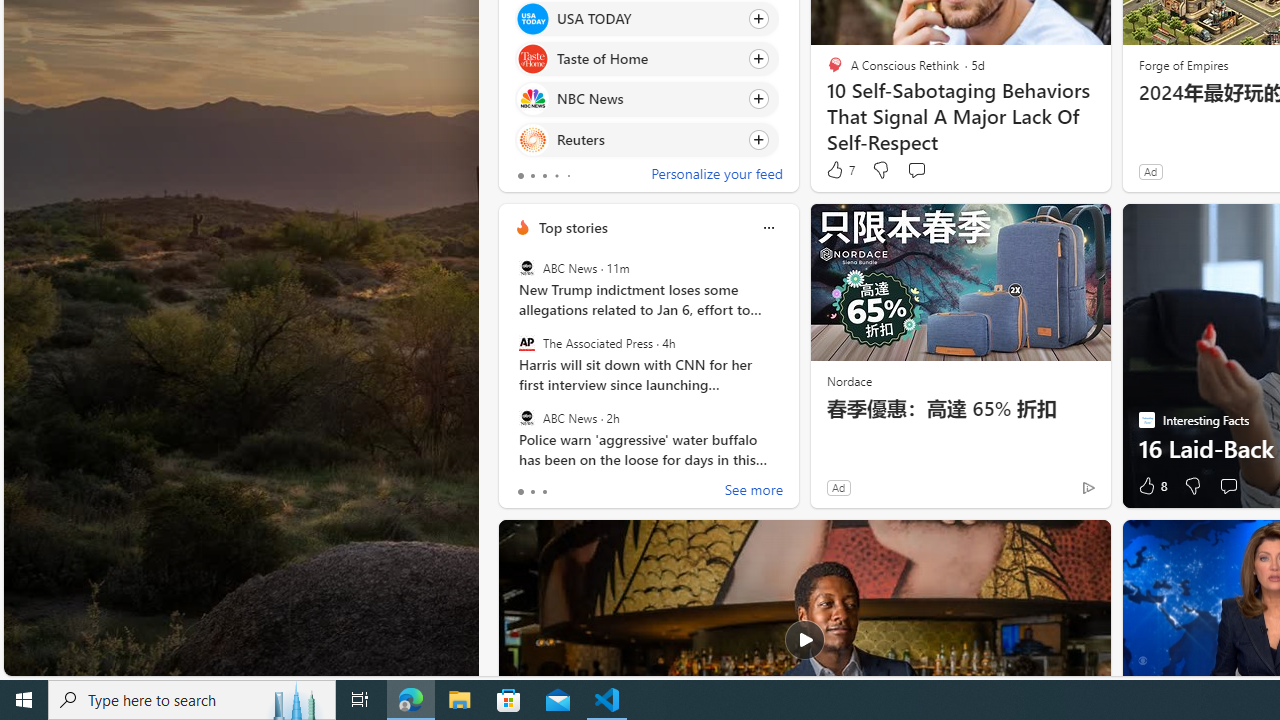 This screenshot has height=720, width=1280. Describe the element at coordinates (526, 416) in the screenshot. I see `'ABC News'` at that location.